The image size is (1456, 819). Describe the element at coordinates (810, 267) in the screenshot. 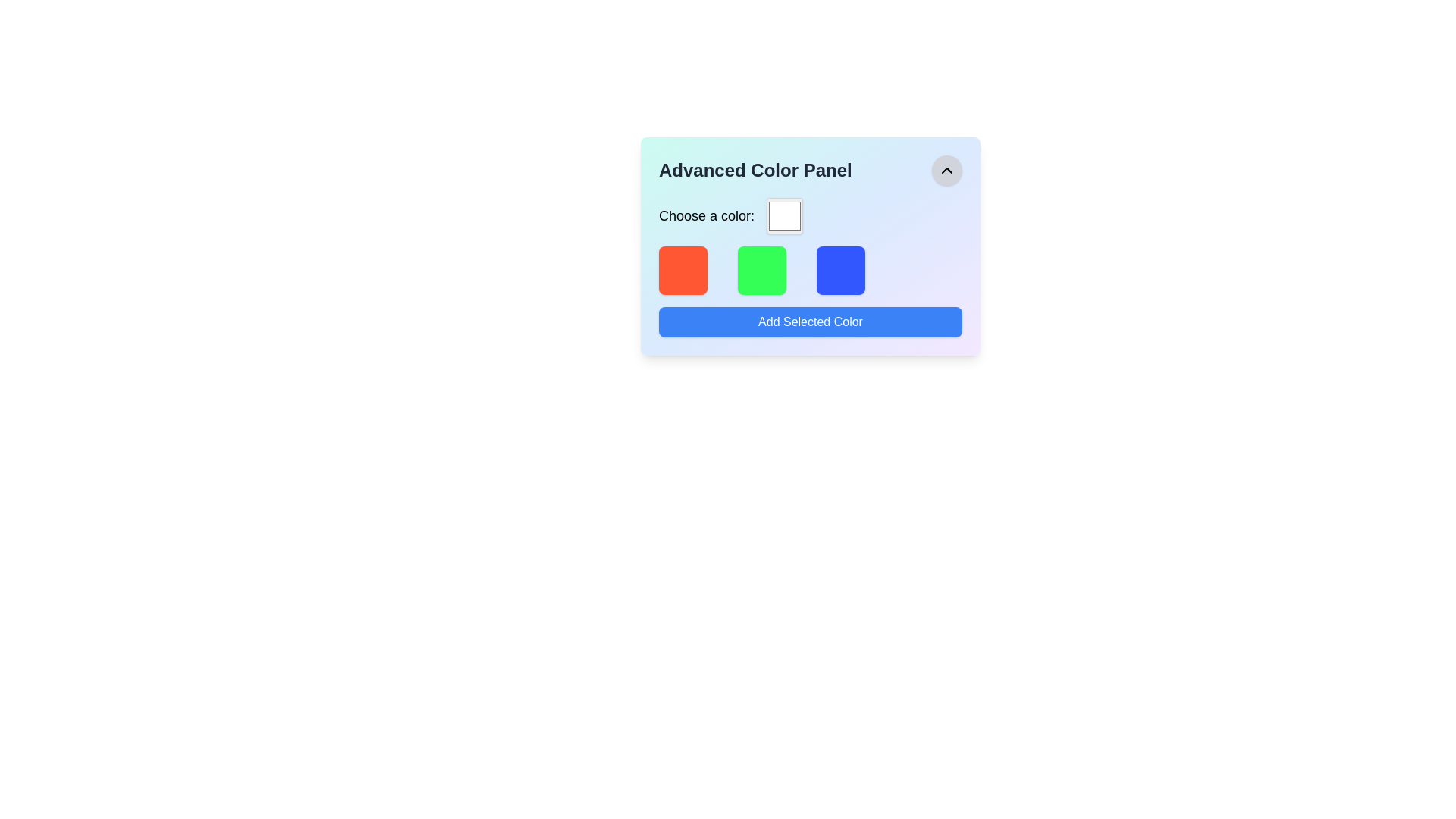

I see `a color from the color palette in the 'Advanced Color Panel' section by clicking on it` at that location.